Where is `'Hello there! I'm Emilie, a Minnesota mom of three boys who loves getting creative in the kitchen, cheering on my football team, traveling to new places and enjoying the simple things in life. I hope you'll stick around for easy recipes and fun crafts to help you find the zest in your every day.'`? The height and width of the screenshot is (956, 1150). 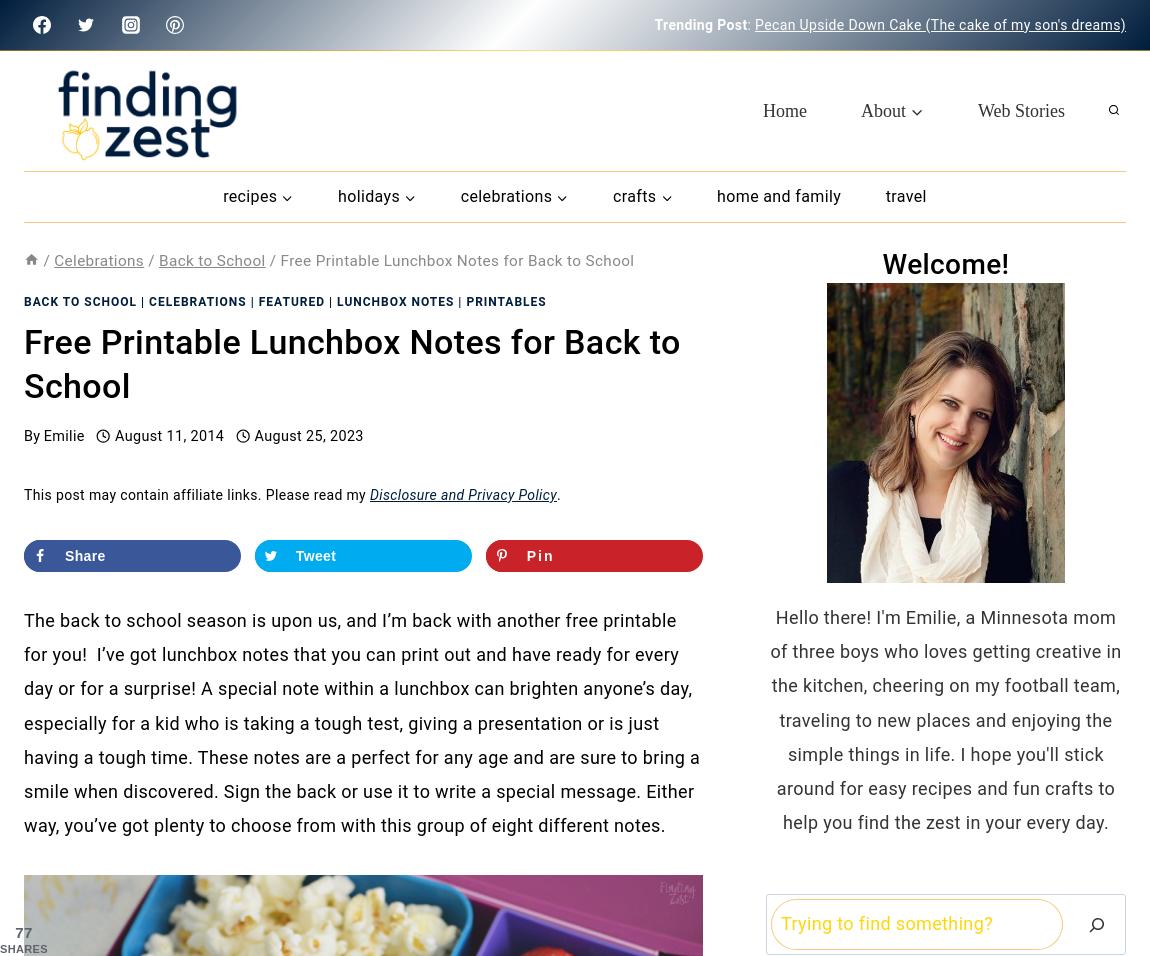 'Hello there! I'm Emilie, a Minnesota mom of three boys who loves getting creative in the kitchen, cheering on my football team, traveling to new places and enjoying the simple things in life. I hope you'll stick around for easy recipes and fun crafts to help you find the zest in your every day.' is located at coordinates (945, 718).